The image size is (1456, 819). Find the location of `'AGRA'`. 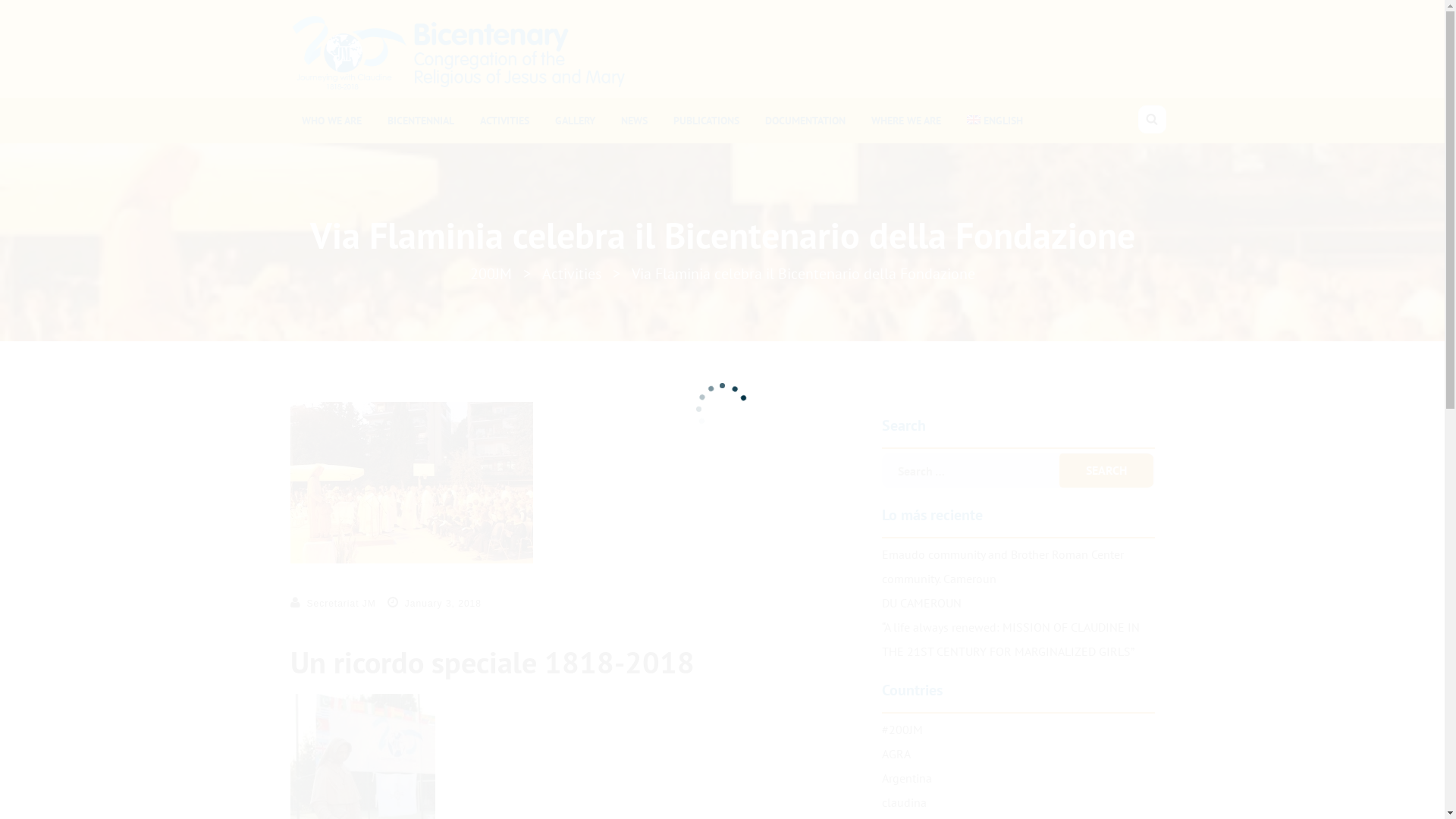

'AGRA' is located at coordinates (895, 754).